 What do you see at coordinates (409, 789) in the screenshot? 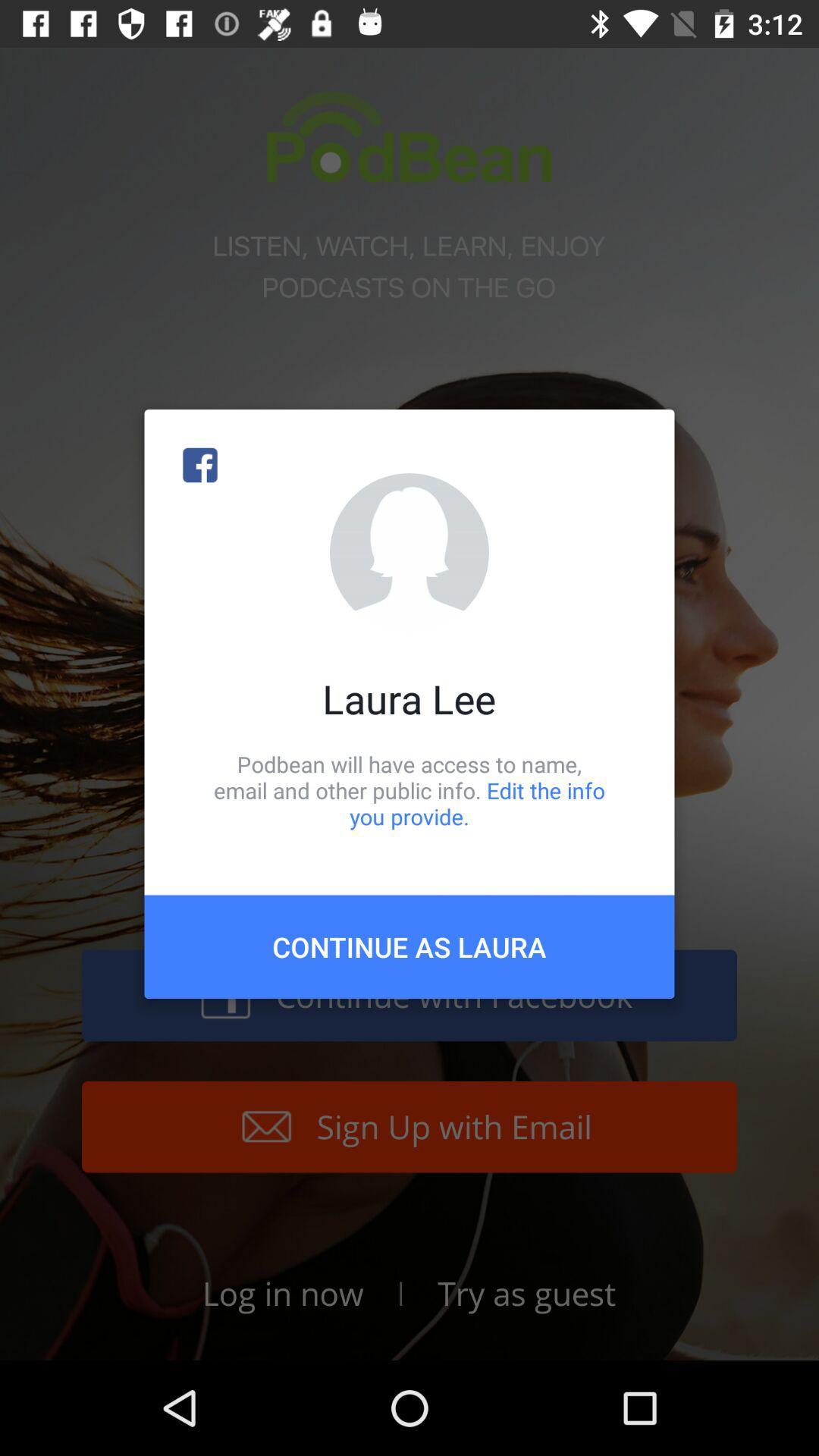
I see `podbean will have` at bounding box center [409, 789].